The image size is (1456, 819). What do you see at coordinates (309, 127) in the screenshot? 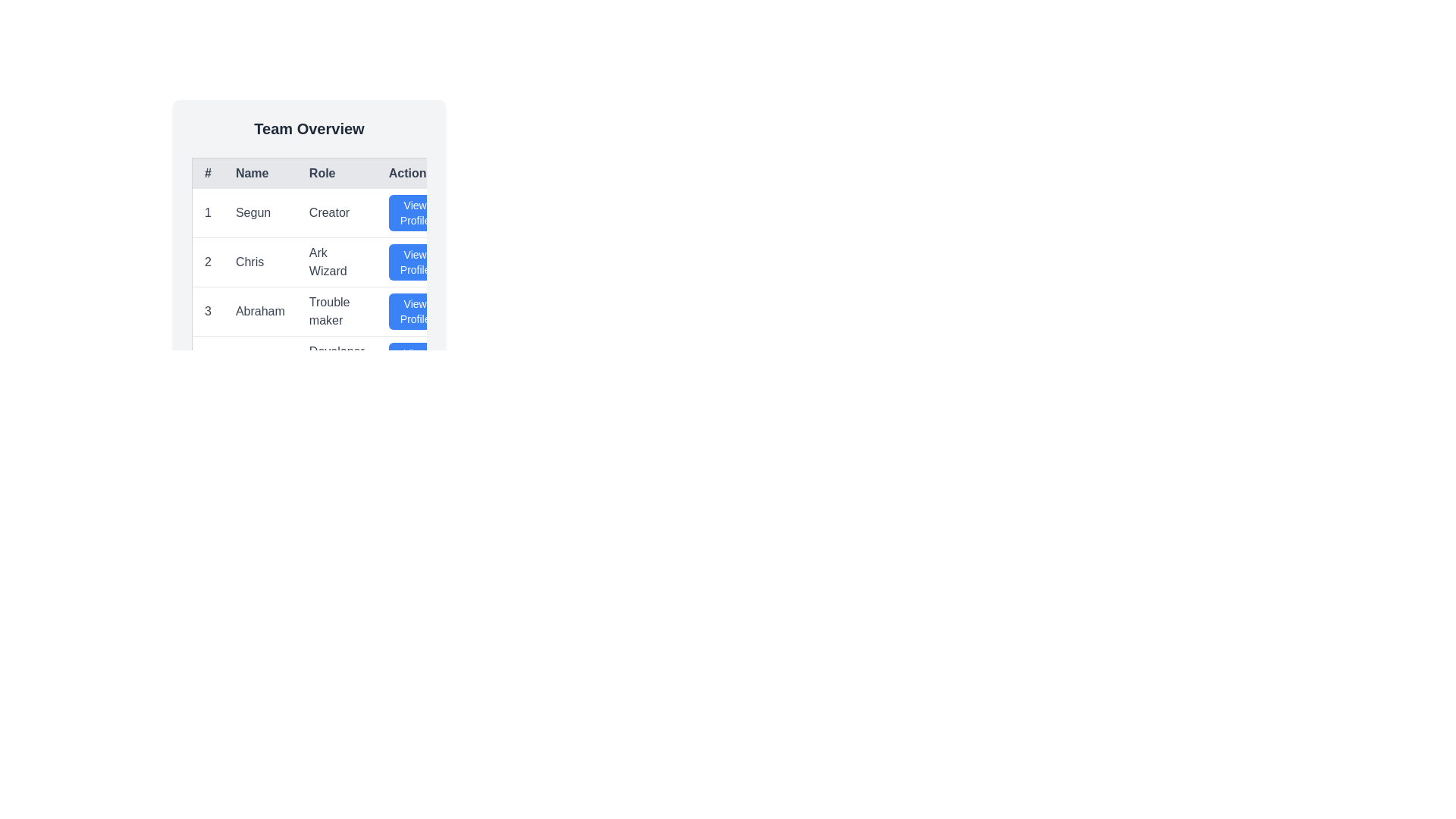
I see `text content of the Text Header that serves as a title for the overview of the team, located at the top center of the section above the table layout` at bounding box center [309, 127].